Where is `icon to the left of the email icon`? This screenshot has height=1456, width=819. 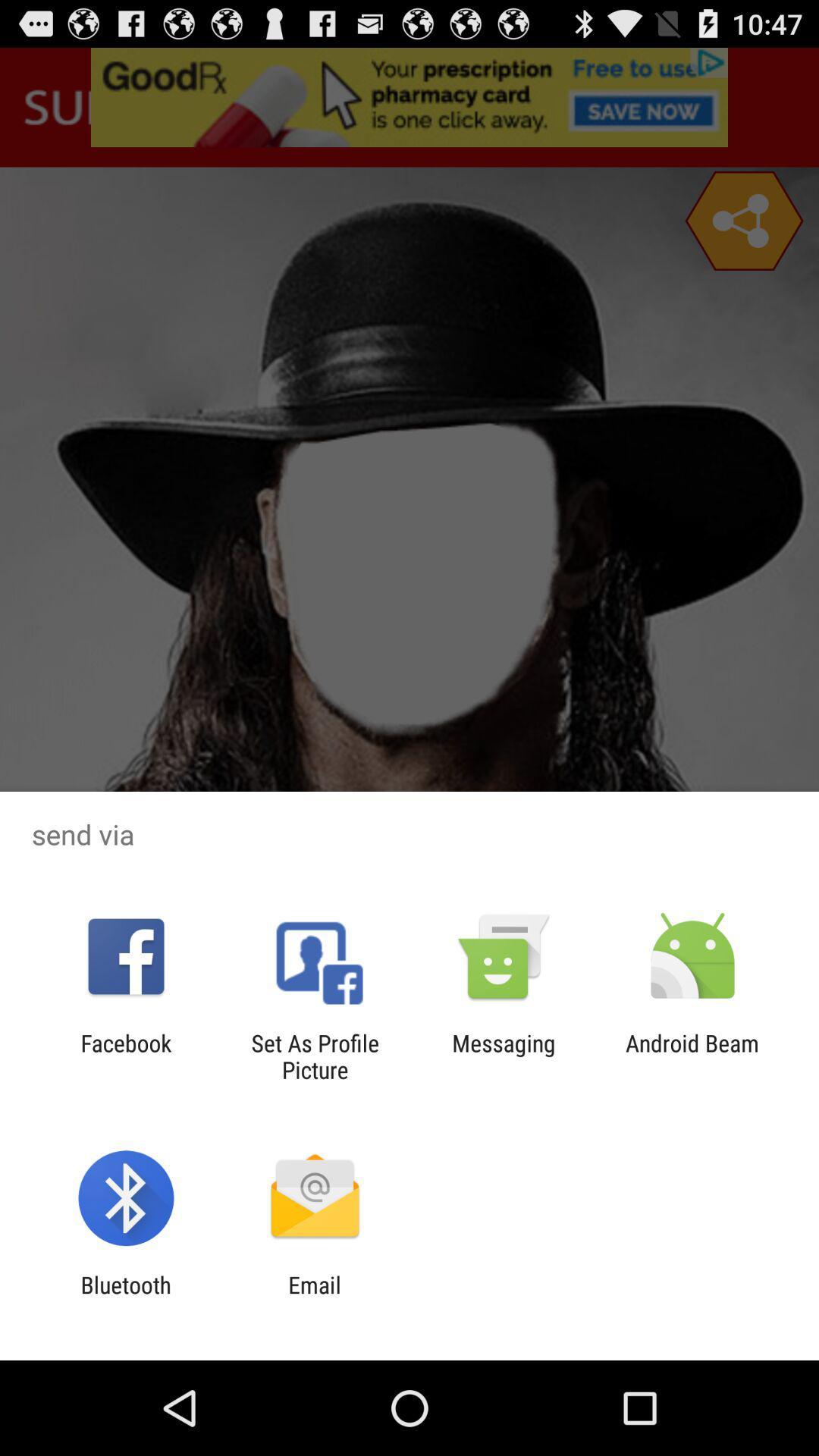 icon to the left of the email icon is located at coordinates (125, 1298).